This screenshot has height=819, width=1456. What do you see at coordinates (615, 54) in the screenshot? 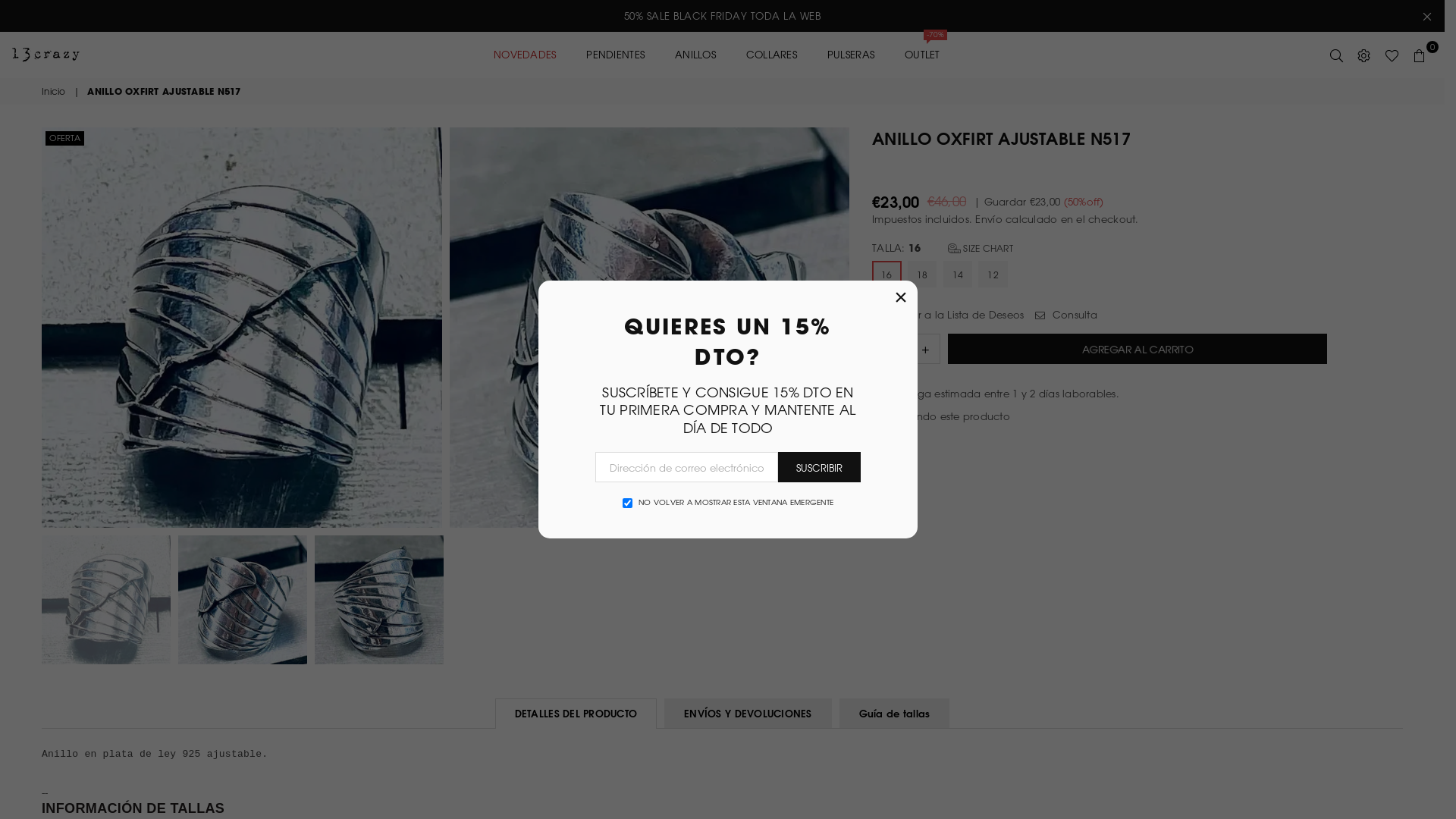
I see `'PENDIENTES'` at bounding box center [615, 54].